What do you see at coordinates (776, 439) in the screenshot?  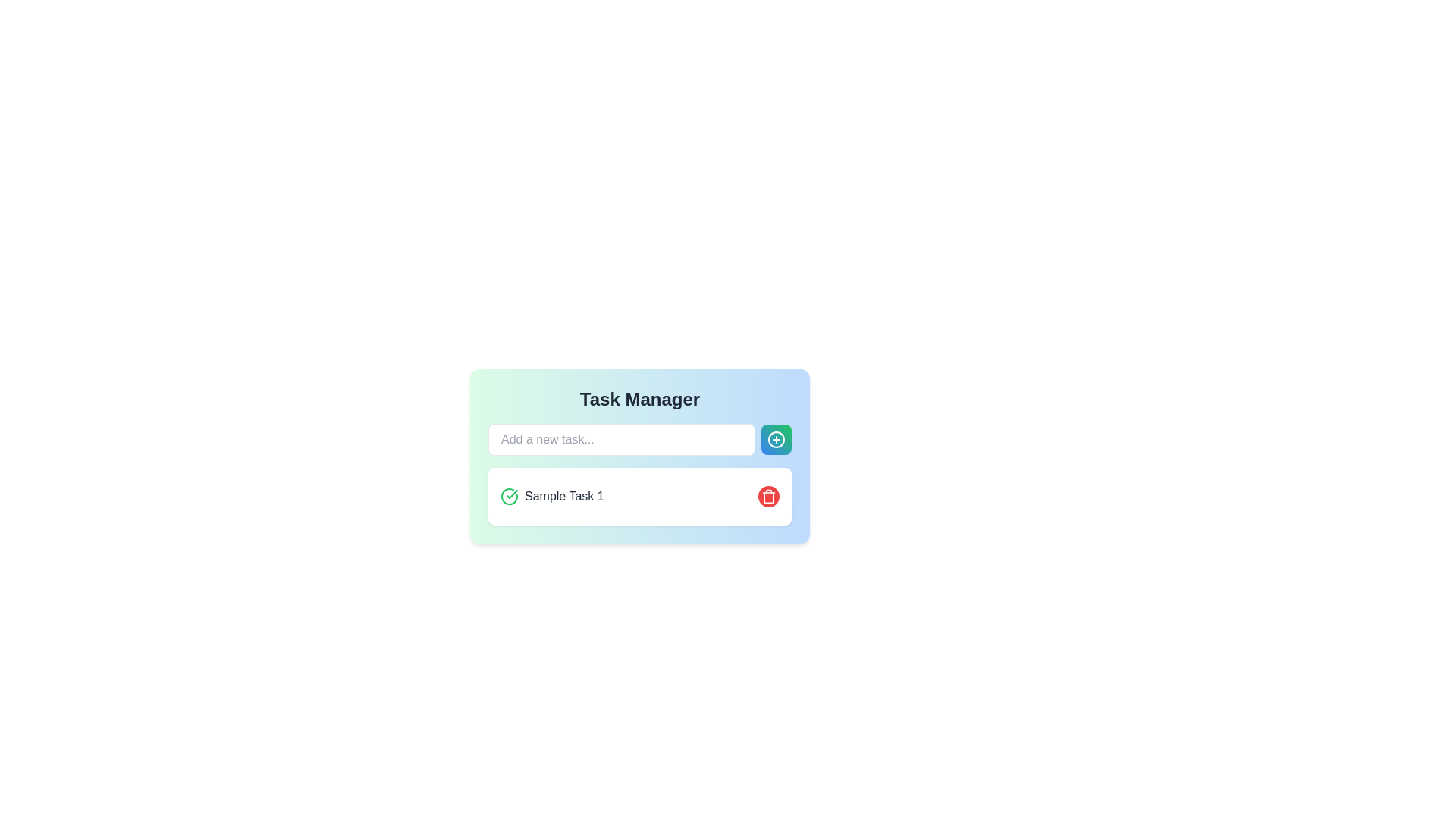 I see `the SVG Circle element that is the center of the plus icon located in the top-right corner of the Task Manager card` at bounding box center [776, 439].